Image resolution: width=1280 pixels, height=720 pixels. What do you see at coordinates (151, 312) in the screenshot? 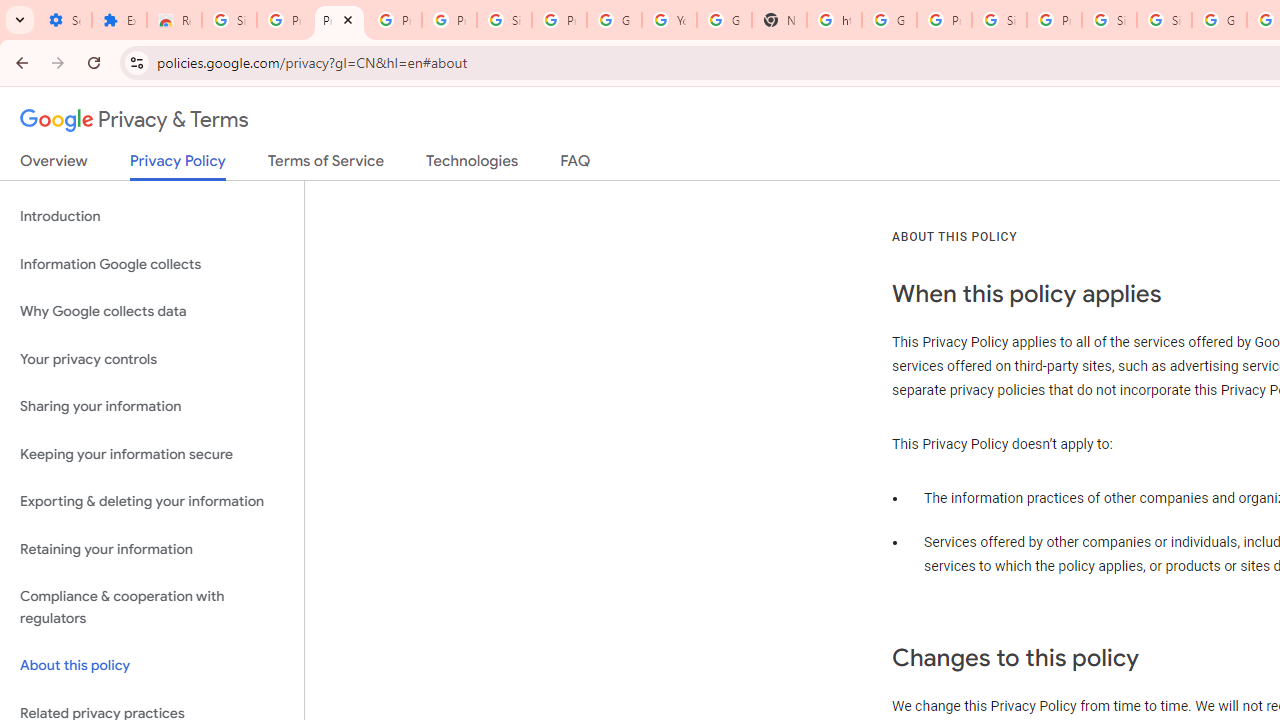
I see `'Why Google collects data'` at bounding box center [151, 312].